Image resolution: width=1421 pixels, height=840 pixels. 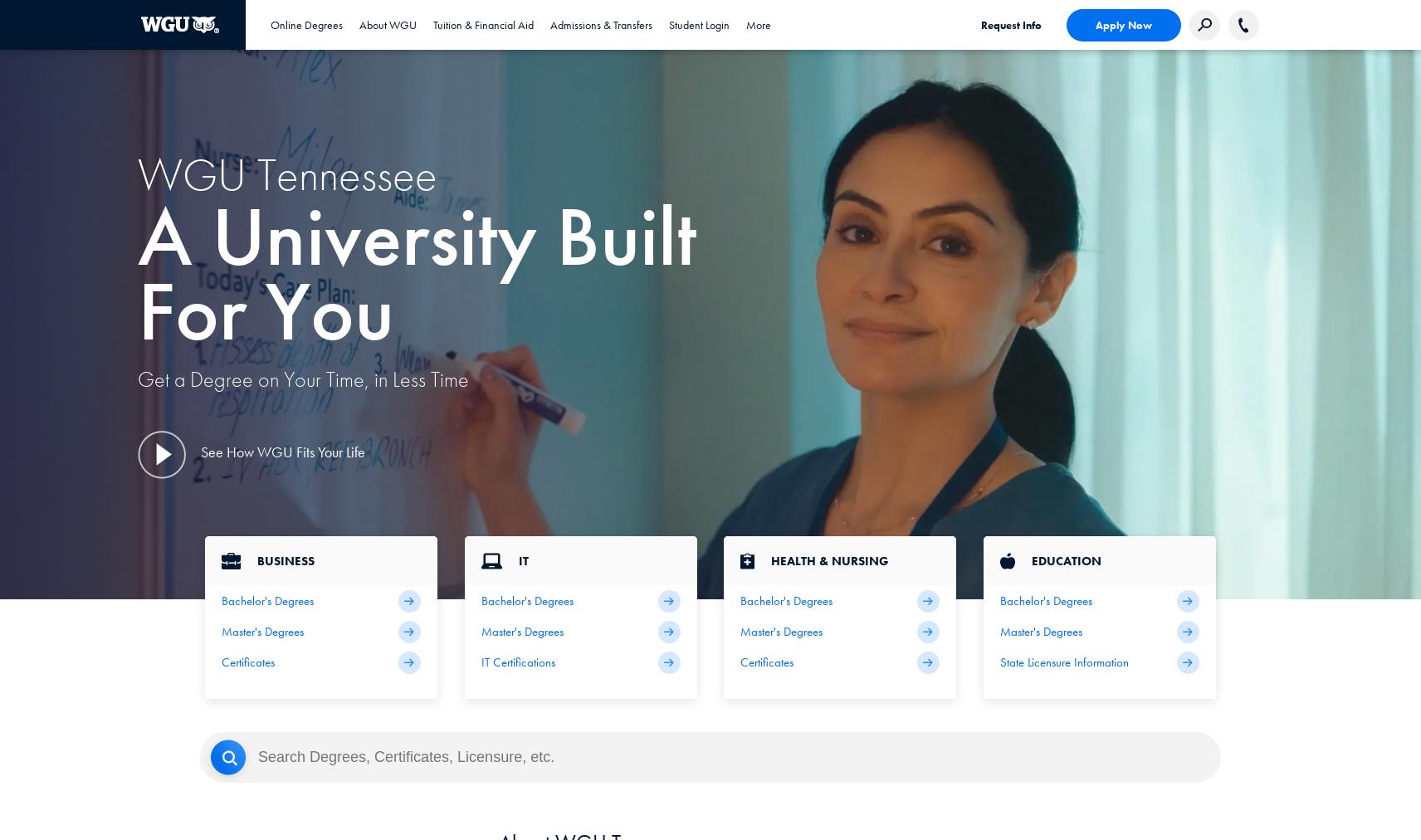 What do you see at coordinates (286, 560) in the screenshot?
I see `'BUSINESS'` at bounding box center [286, 560].